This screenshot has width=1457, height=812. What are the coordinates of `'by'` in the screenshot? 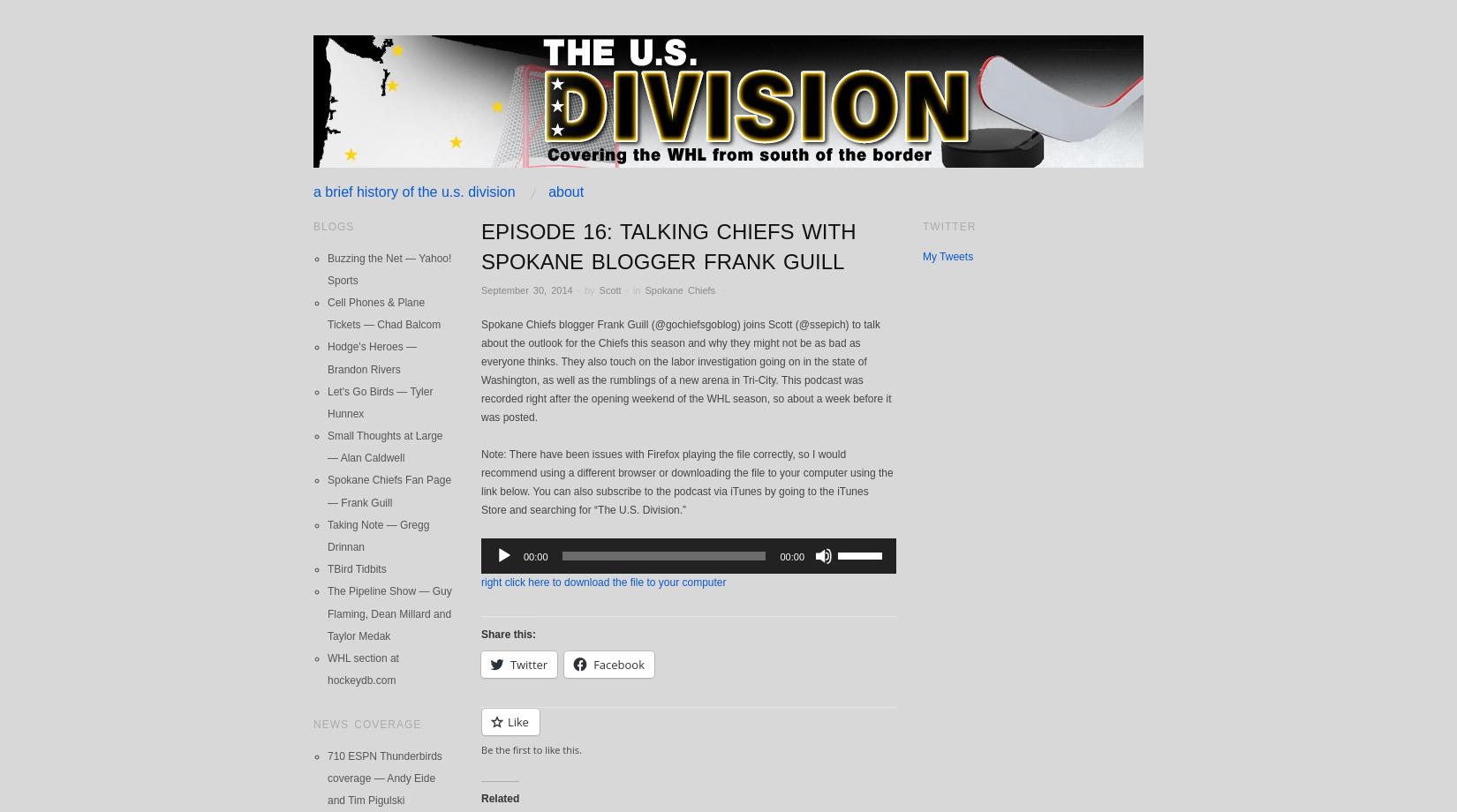 It's located at (582, 289).